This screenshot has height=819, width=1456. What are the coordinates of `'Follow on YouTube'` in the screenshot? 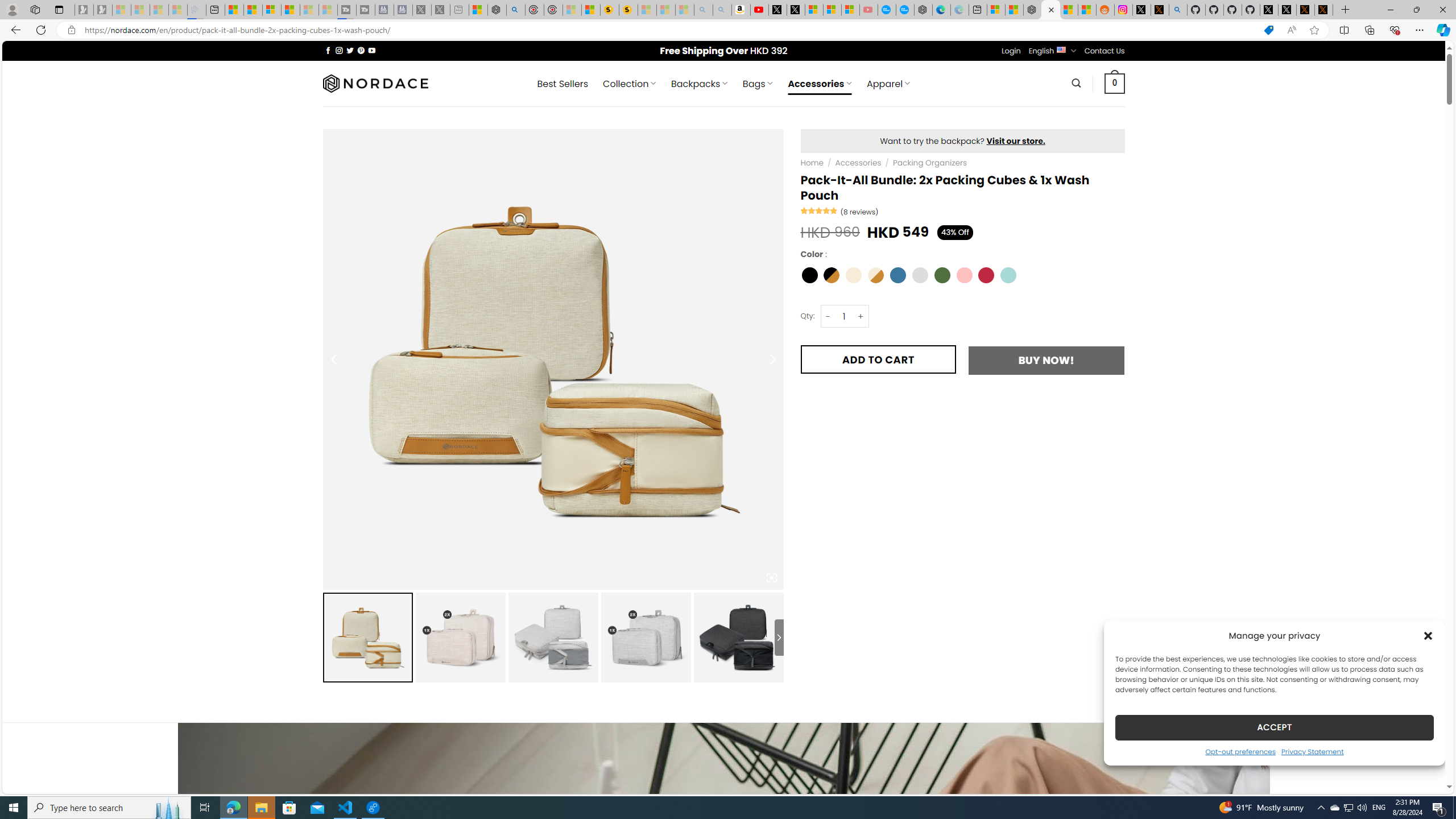 It's located at (371, 50).